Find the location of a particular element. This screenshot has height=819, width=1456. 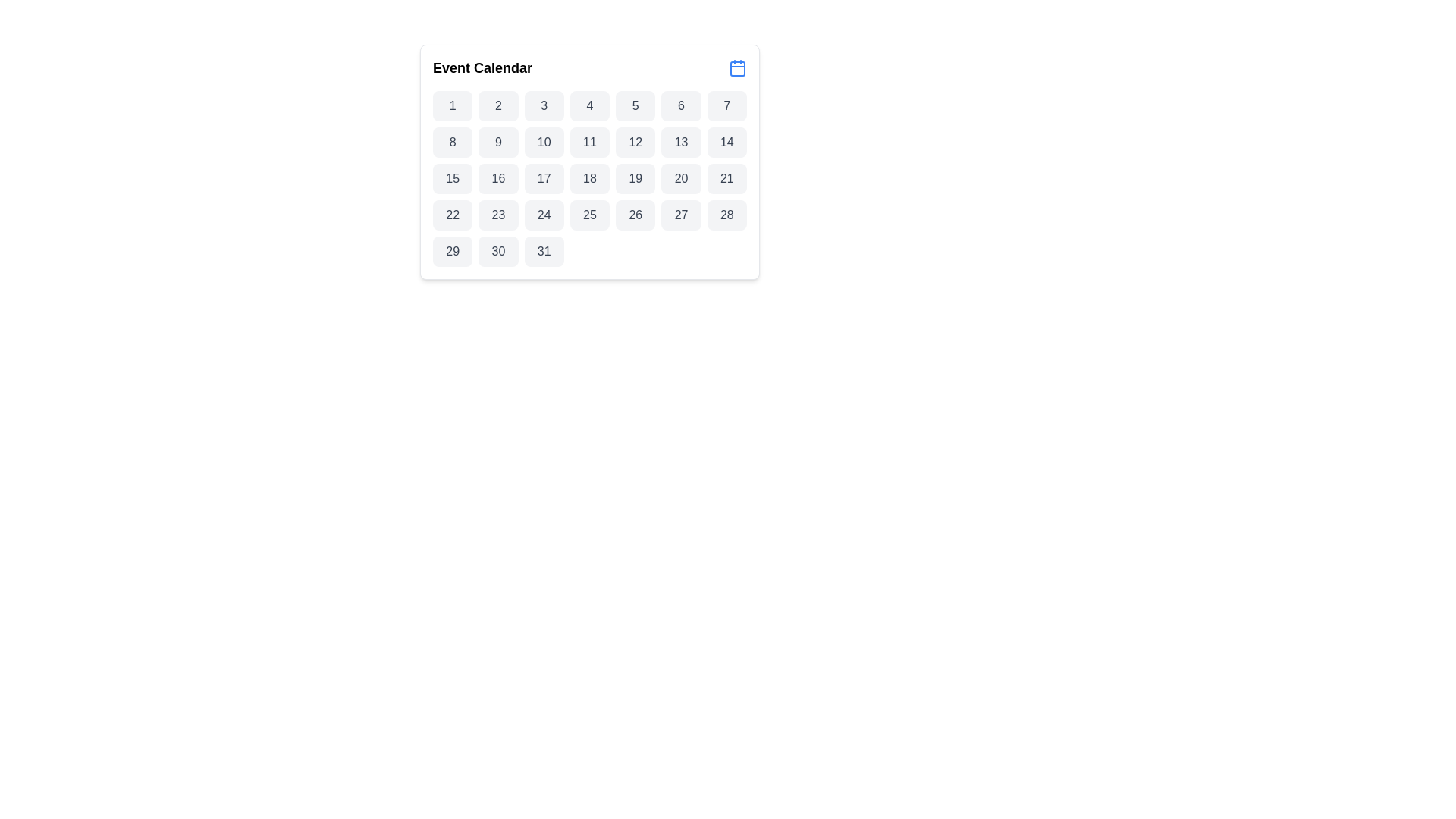

the button that allows users to select the 20th day of the displayed month is located at coordinates (680, 177).